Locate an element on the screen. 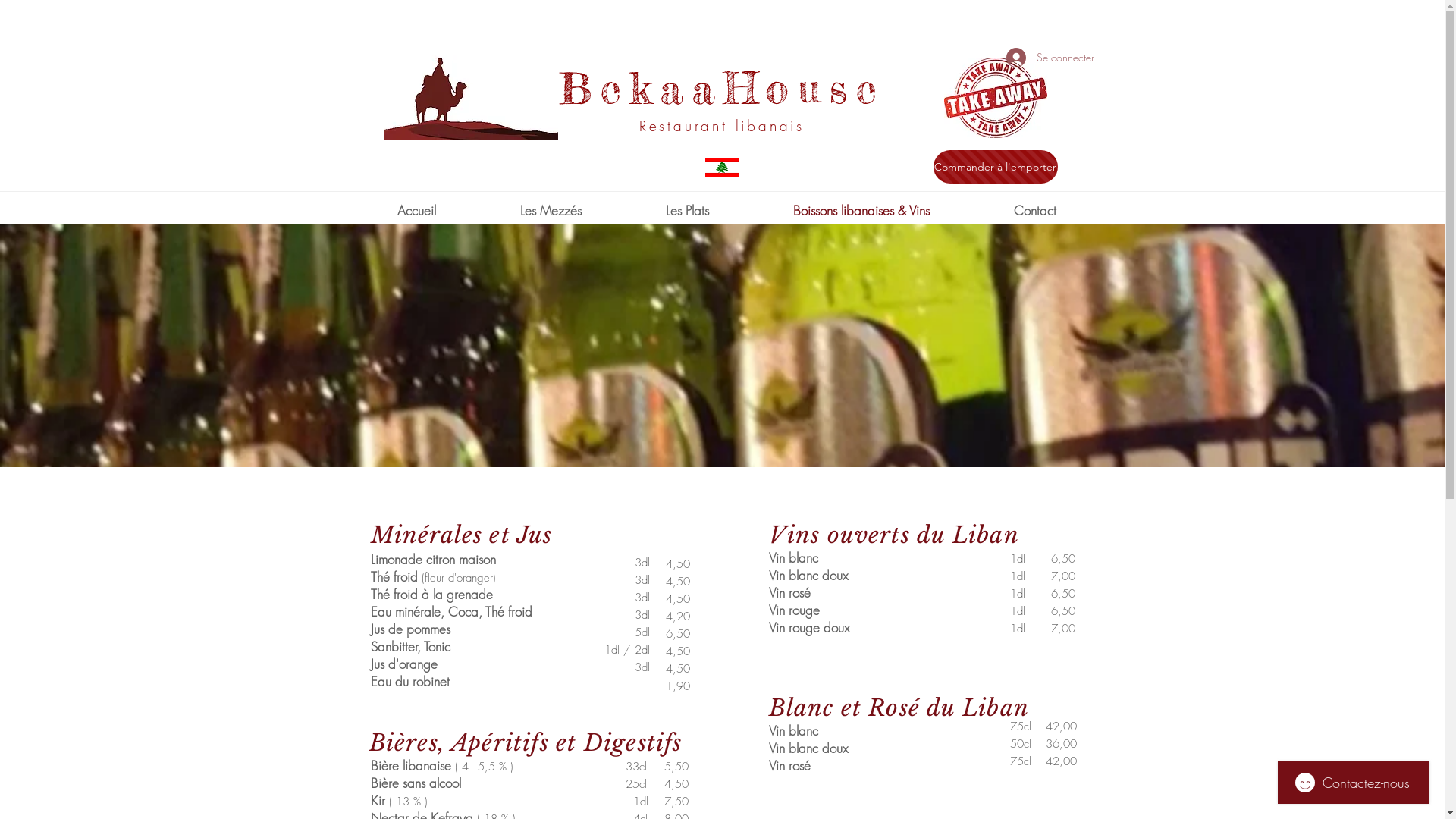 The width and height of the screenshot is (1456, 819). 'Boissons libanaises & Vins' is located at coordinates (861, 210).